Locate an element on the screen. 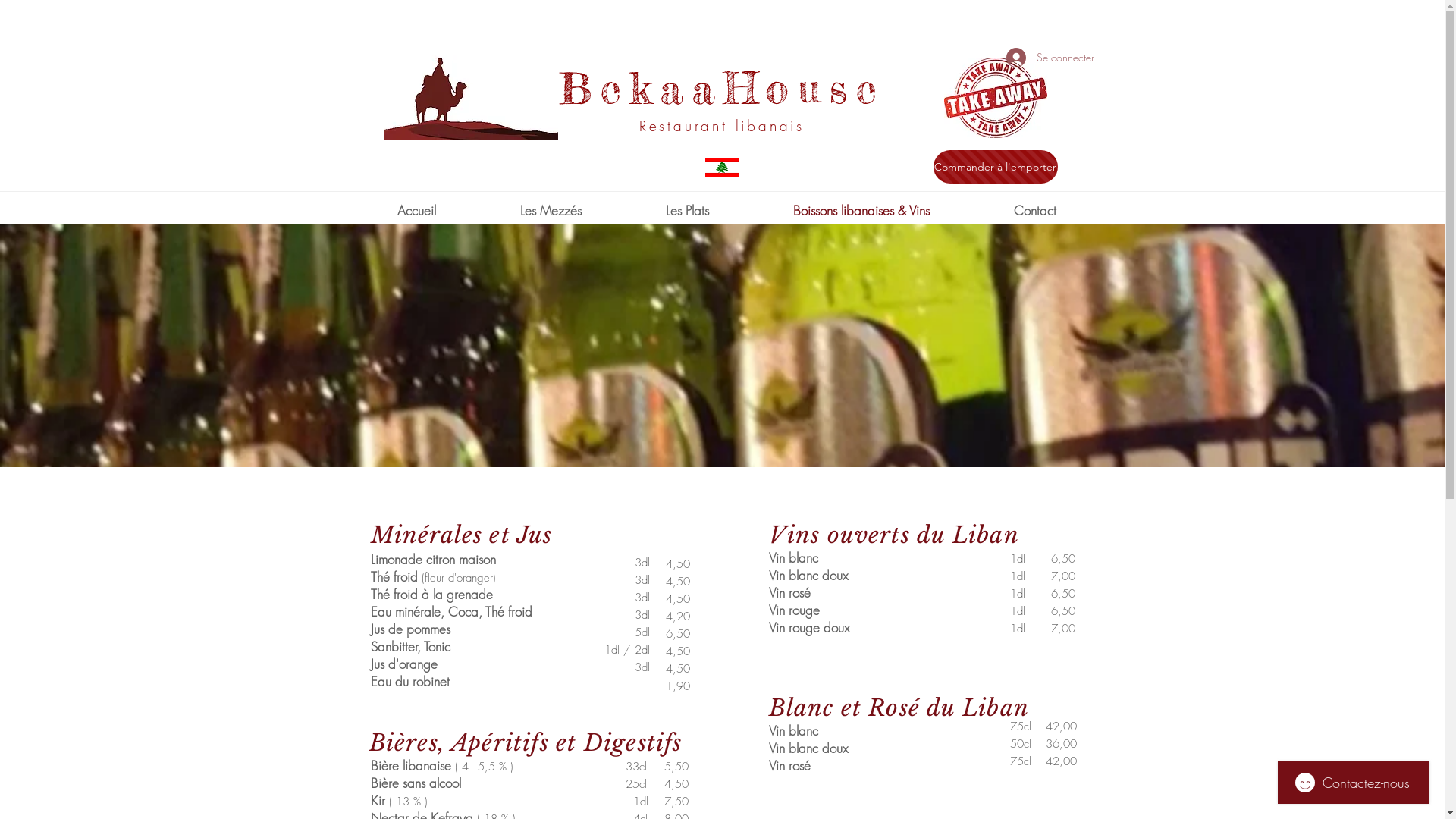 The width and height of the screenshot is (1456, 819). 'Boissons libanaises & Vins' is located at coordinates (861, 210).